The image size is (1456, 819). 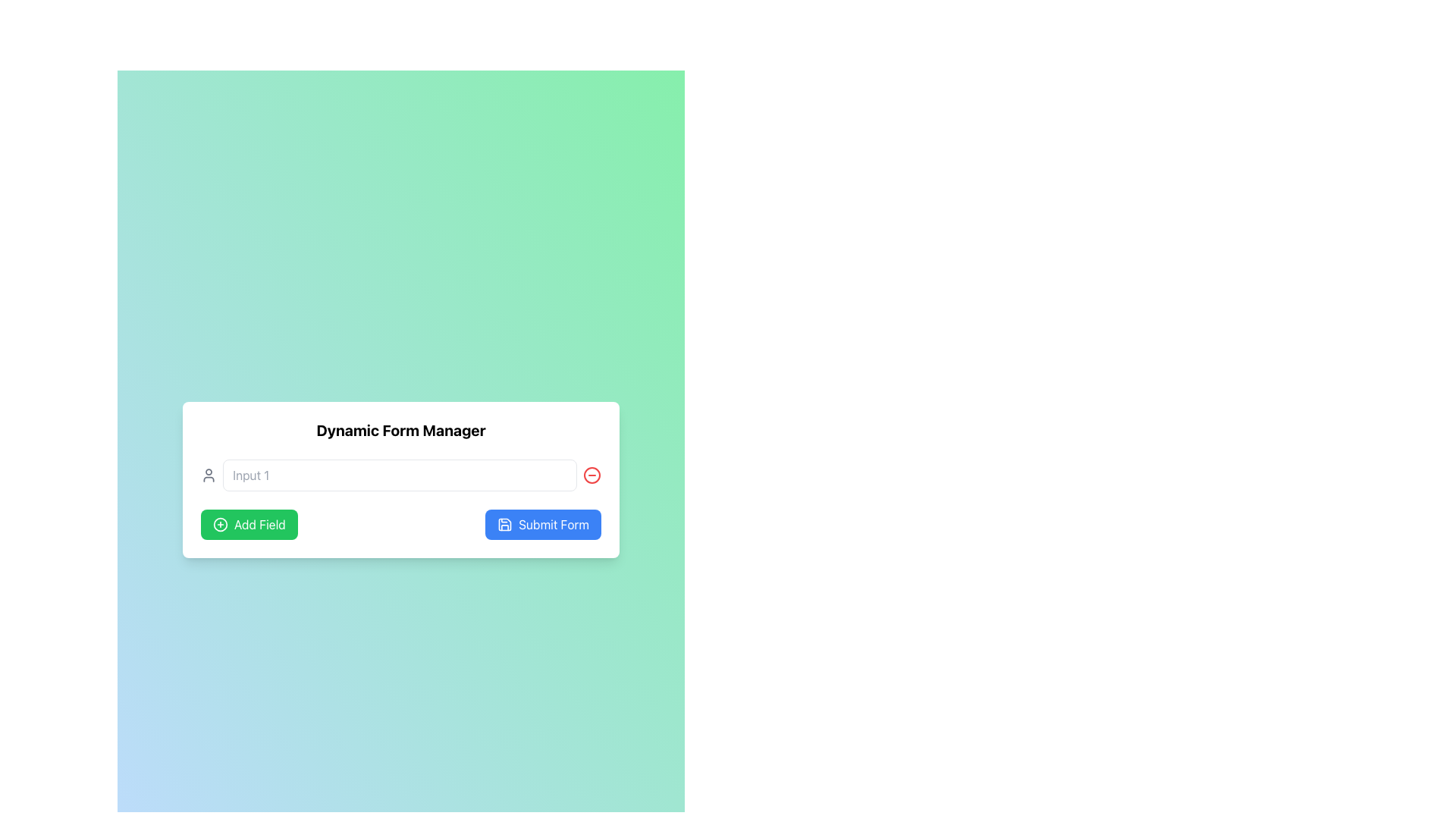 I want to click on the green 'Add Field' button with a white plus symbol, so click(x=249, y=523).